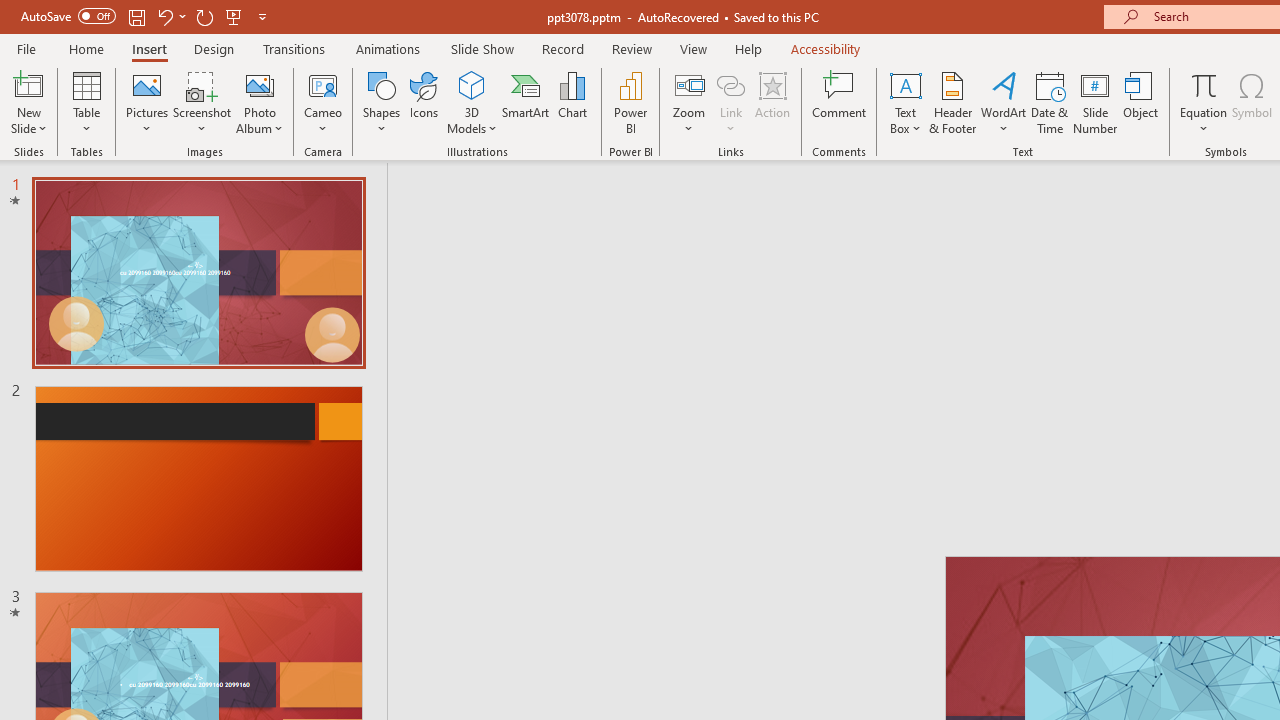 Image resolution: width=1280 pixels, height=720 pixels. What do you see at coordinates (86, 103) in the screenshot?
I see `'Table'` at bounding box center [86, 103].